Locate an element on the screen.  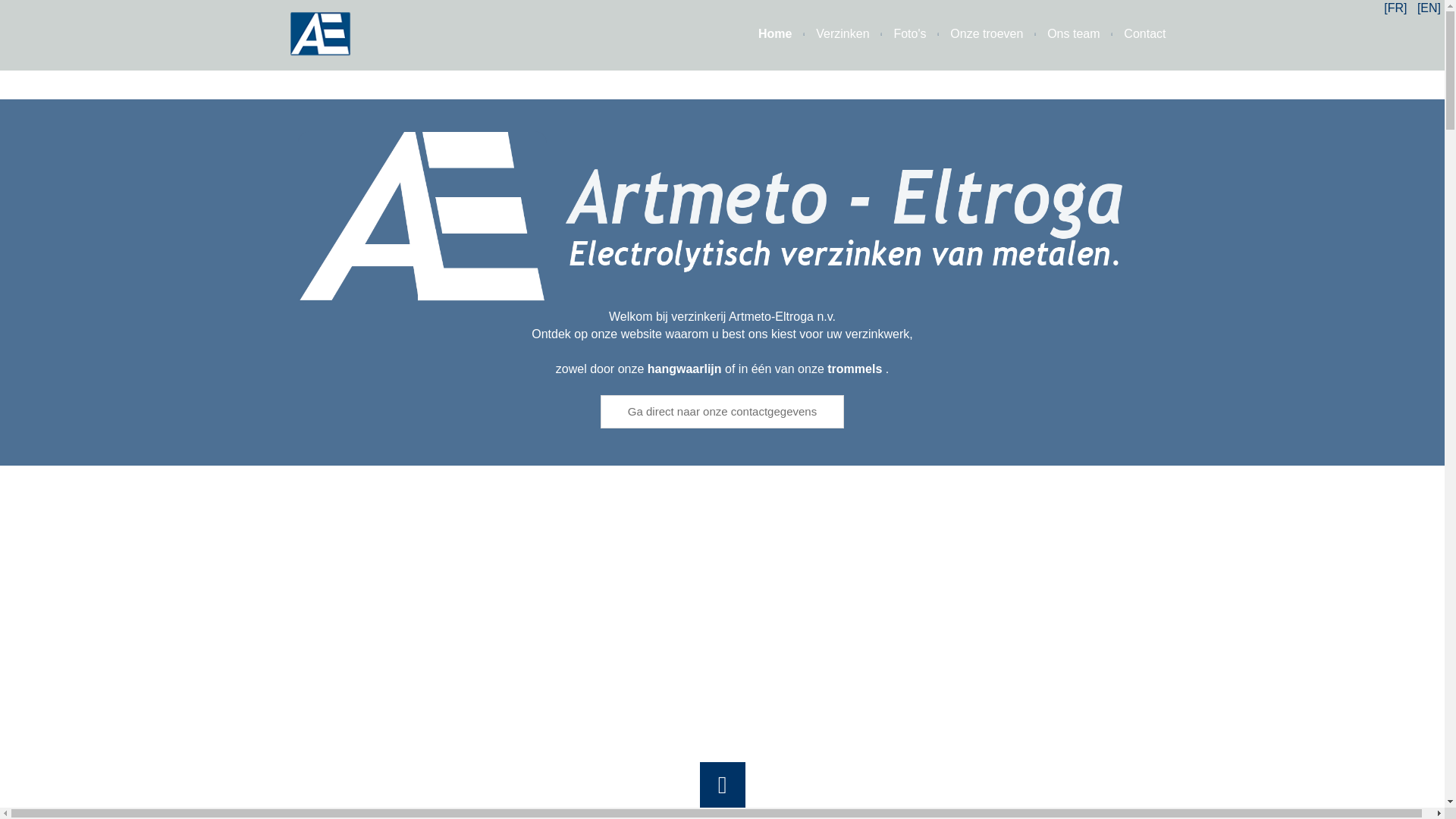
'[FR]' is located at coordinates (1383, 8).